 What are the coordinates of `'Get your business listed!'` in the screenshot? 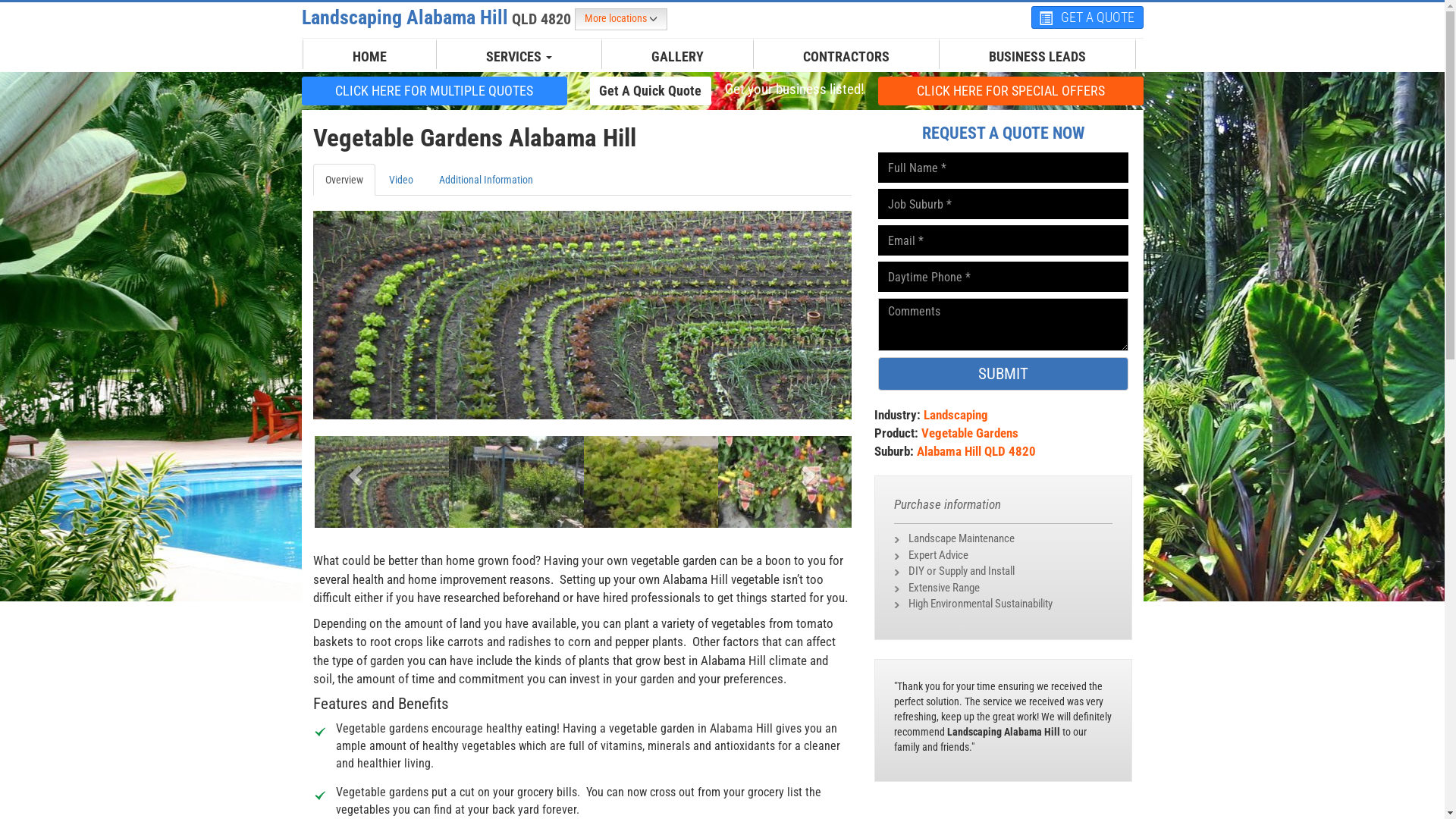 It's located at (792, 89).